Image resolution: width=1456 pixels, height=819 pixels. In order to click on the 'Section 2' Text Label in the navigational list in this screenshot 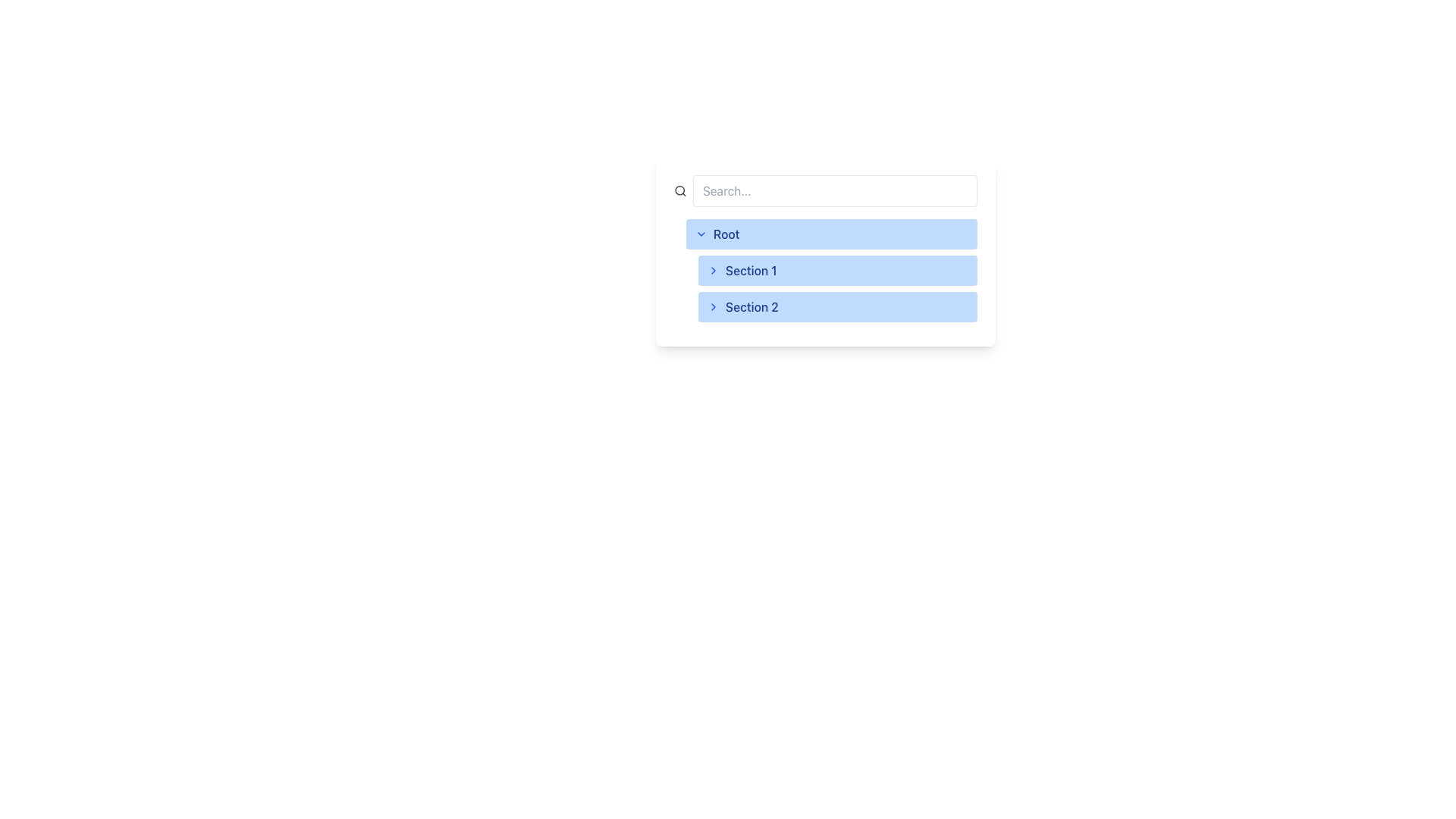, I will do `click(752, 307)`.